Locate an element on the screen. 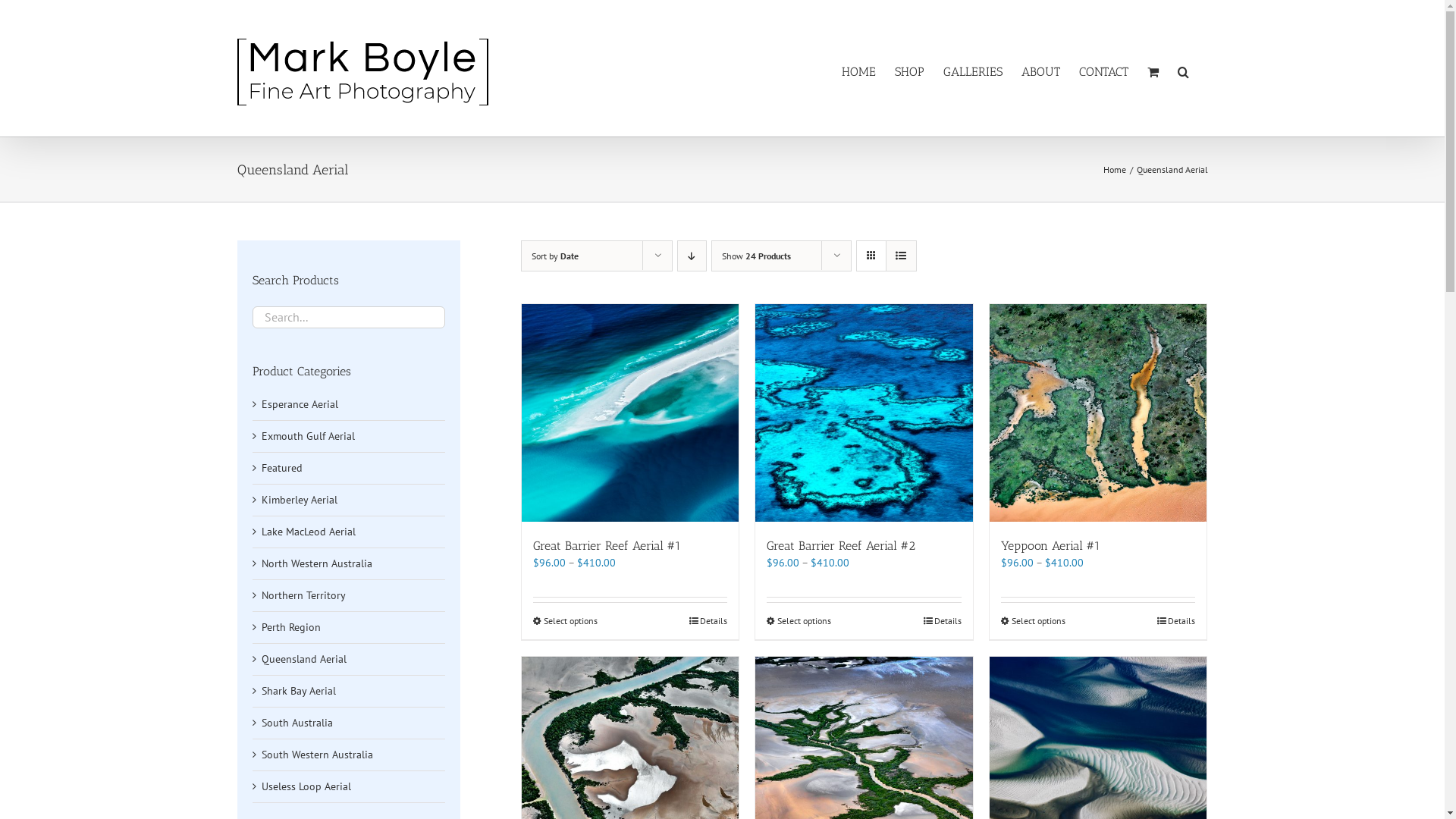 Image resolution: width=1456 pixels, height=819 pixels. 'South Australia' is located at coordinates (296, 721).